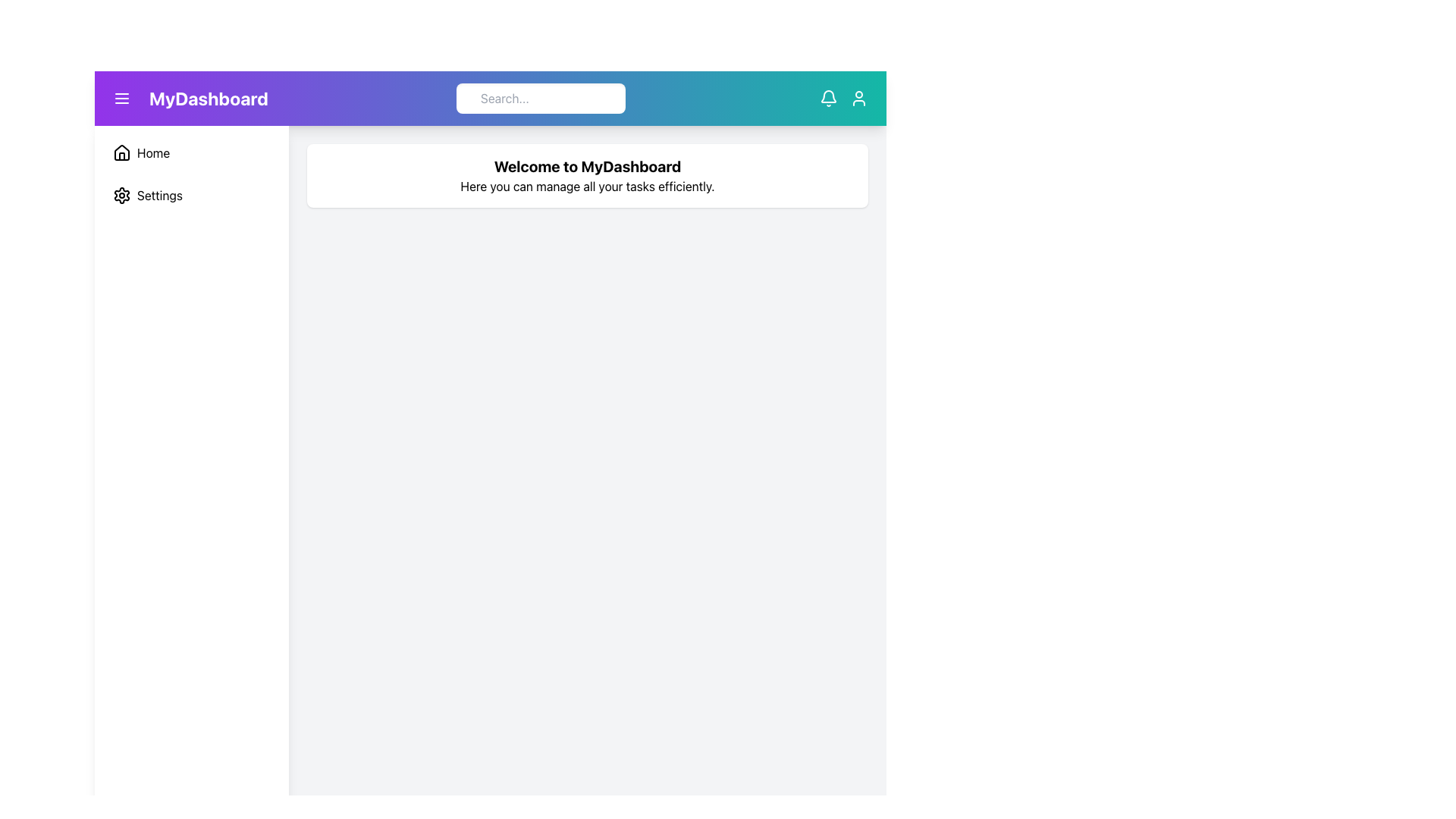 This screenshot has width=1456, height=819. Describe the element at coordinates (191, 174) in the screenshot. I see `the 'Settings' link in the Navigation menu located on the left sidebar near the top-left corner of the application` at that location.